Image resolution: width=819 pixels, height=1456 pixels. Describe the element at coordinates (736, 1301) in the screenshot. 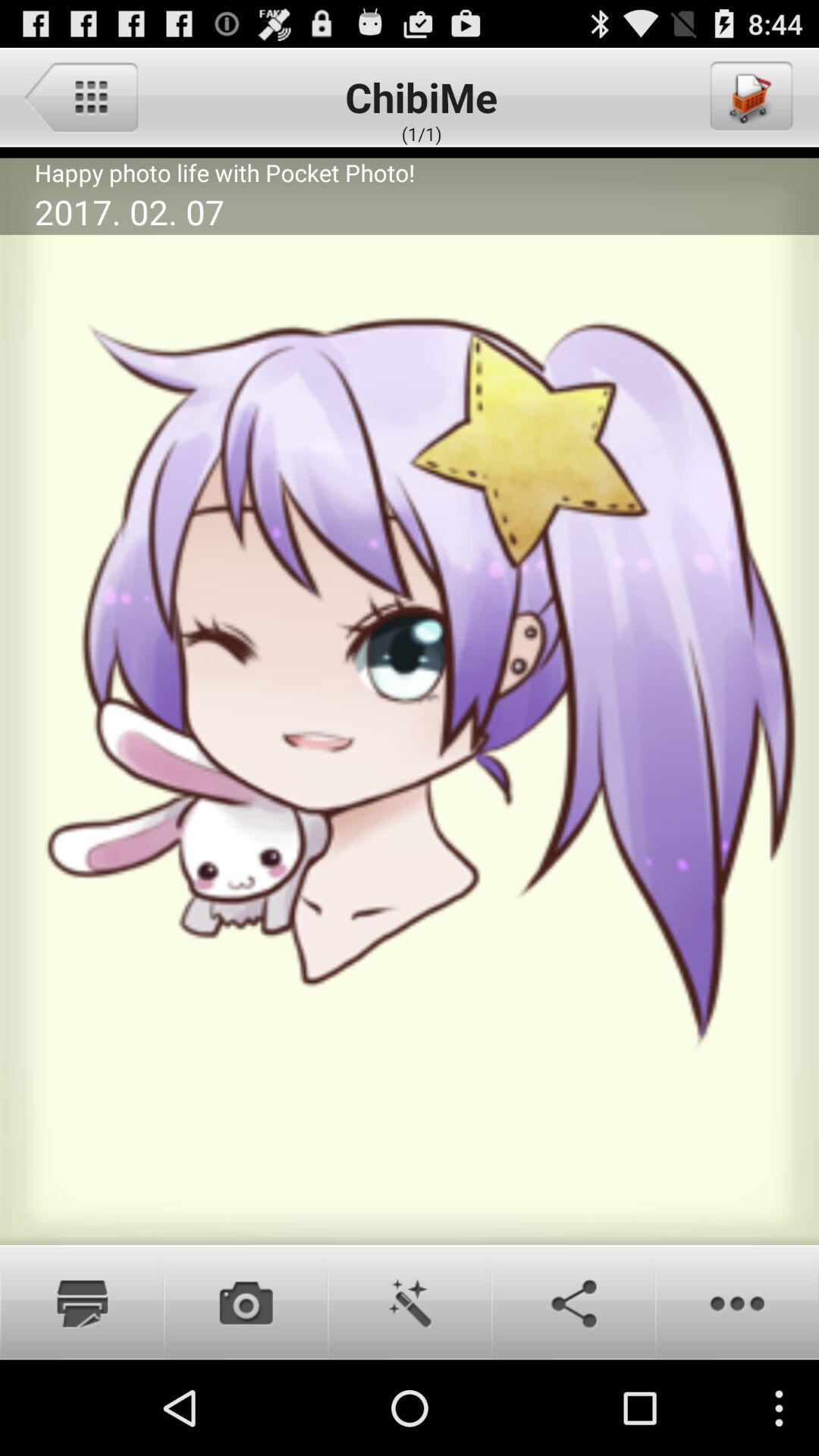

I see `more options button` at that location.